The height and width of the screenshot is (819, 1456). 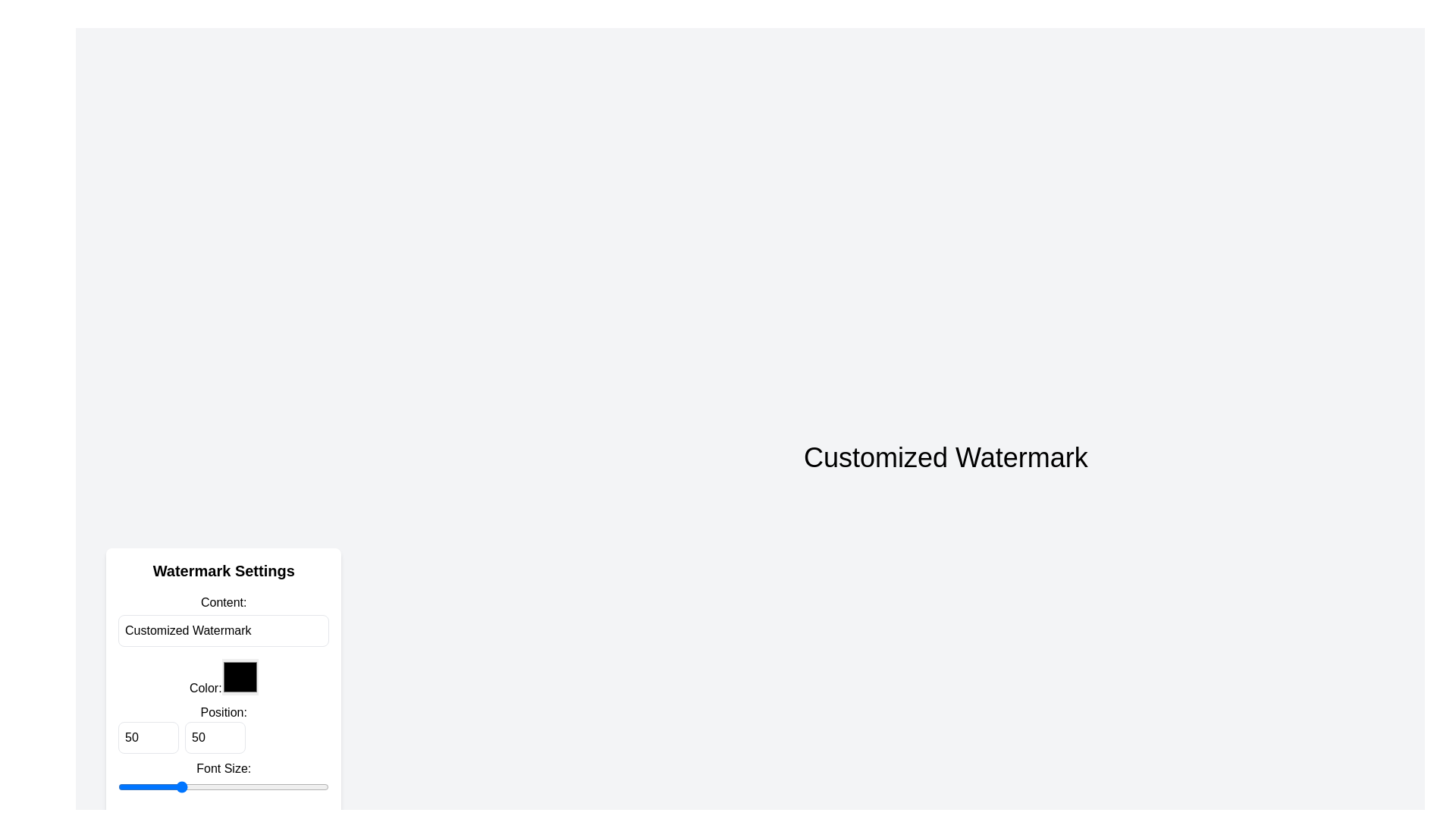 I want to click on the font size, so click(x=237, y=786).